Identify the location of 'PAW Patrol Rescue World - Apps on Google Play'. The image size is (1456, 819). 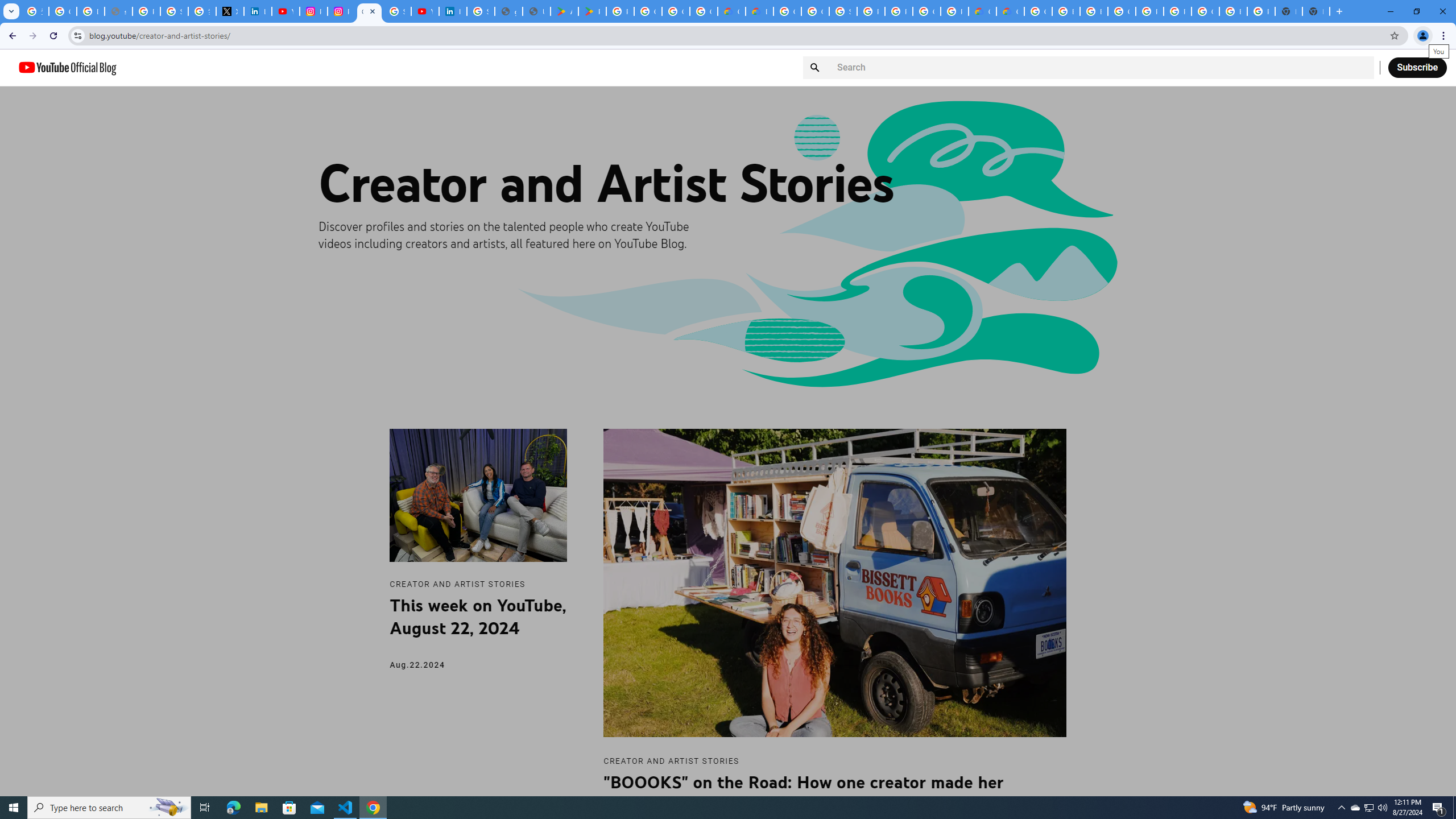
(591, 11).